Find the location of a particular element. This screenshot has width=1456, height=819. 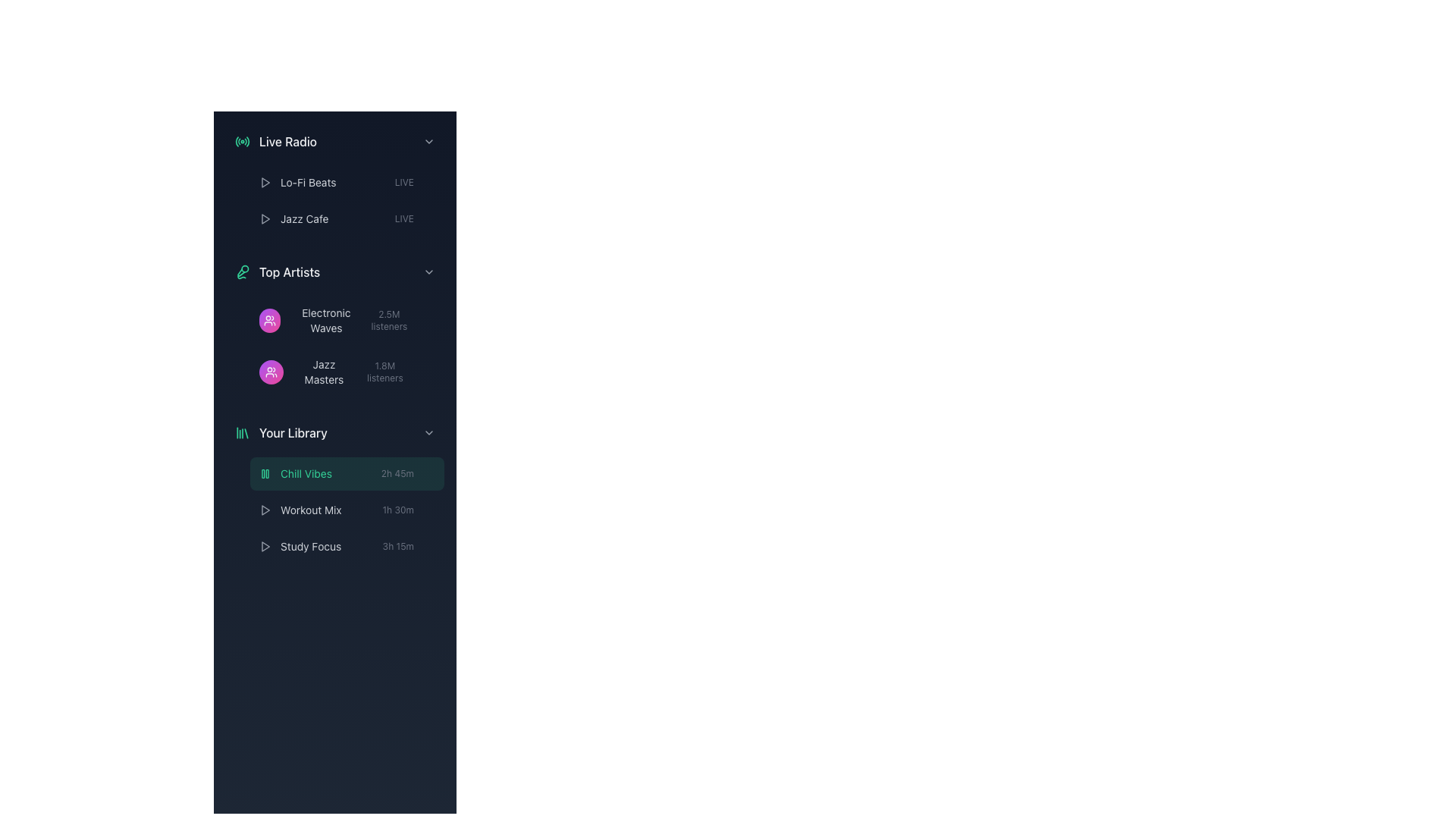

the list item button labeled 'Workout Mix' located is located at coordinates (334, 510).